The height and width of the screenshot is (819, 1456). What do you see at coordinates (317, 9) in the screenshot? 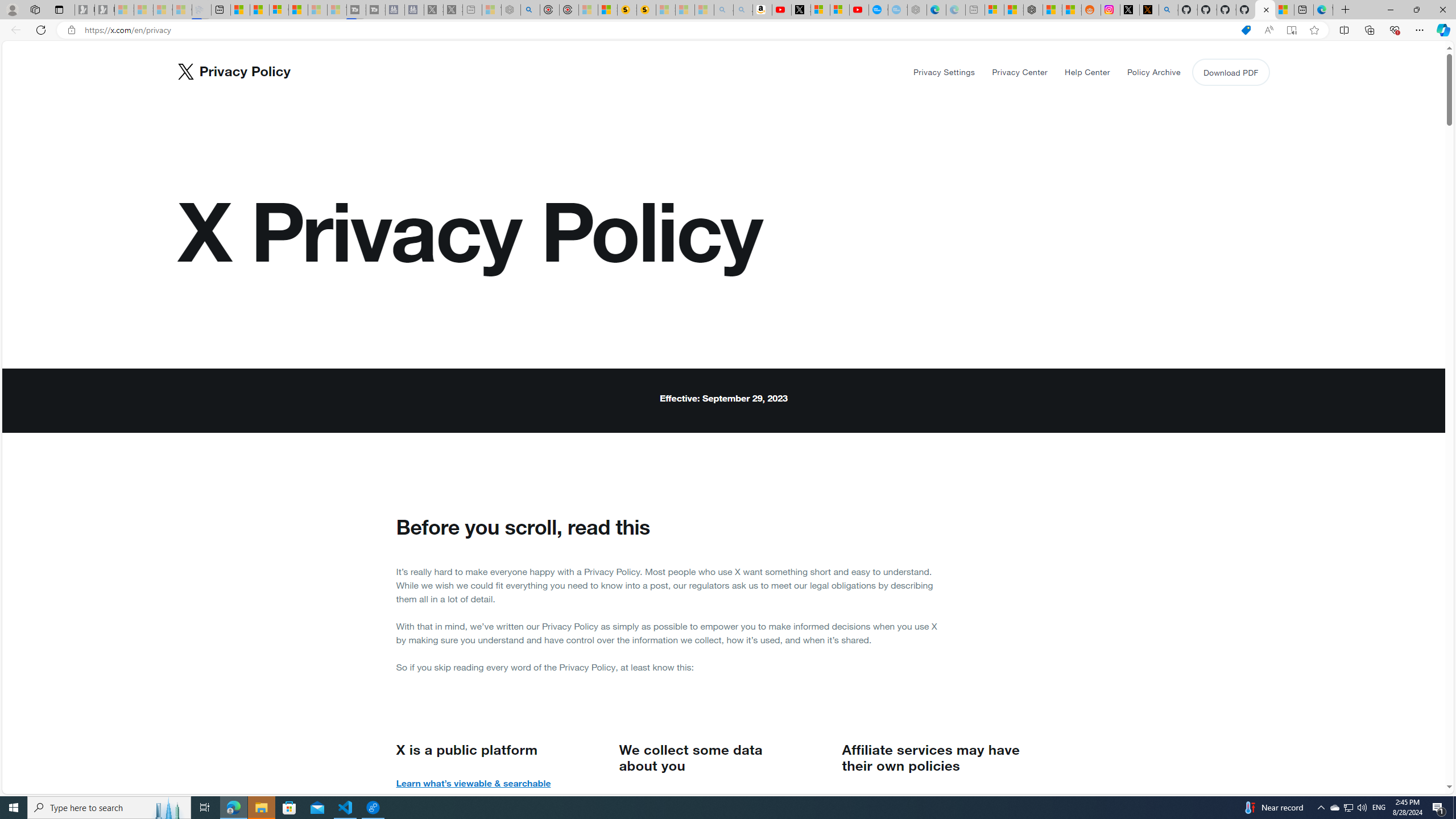
I see `'Microsoft Start - Sleeping'` at bounding box center [317, 9].